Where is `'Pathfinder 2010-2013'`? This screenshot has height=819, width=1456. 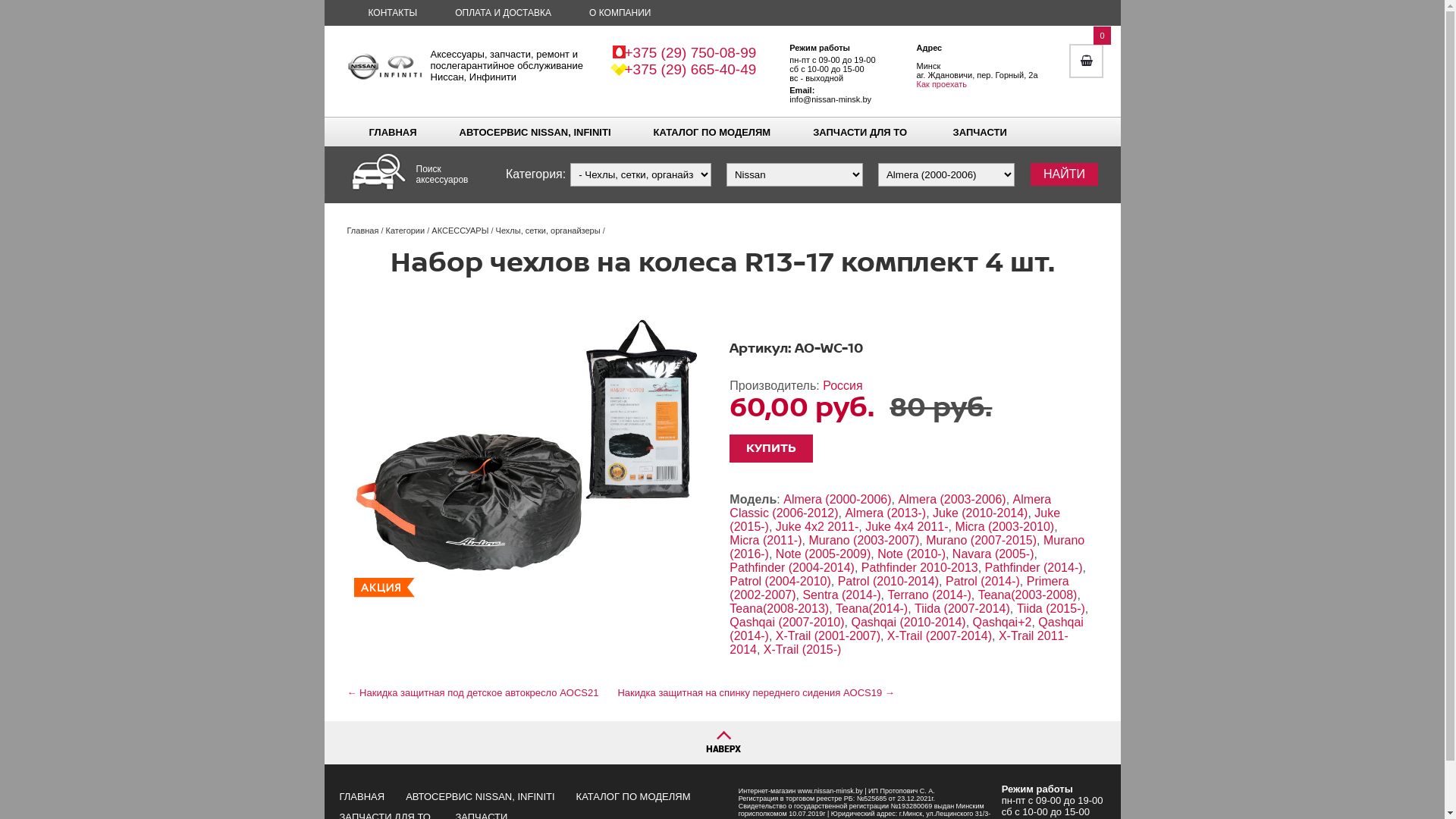 'Pathfinder 2010-2013' is located at coordinates (919, 567).